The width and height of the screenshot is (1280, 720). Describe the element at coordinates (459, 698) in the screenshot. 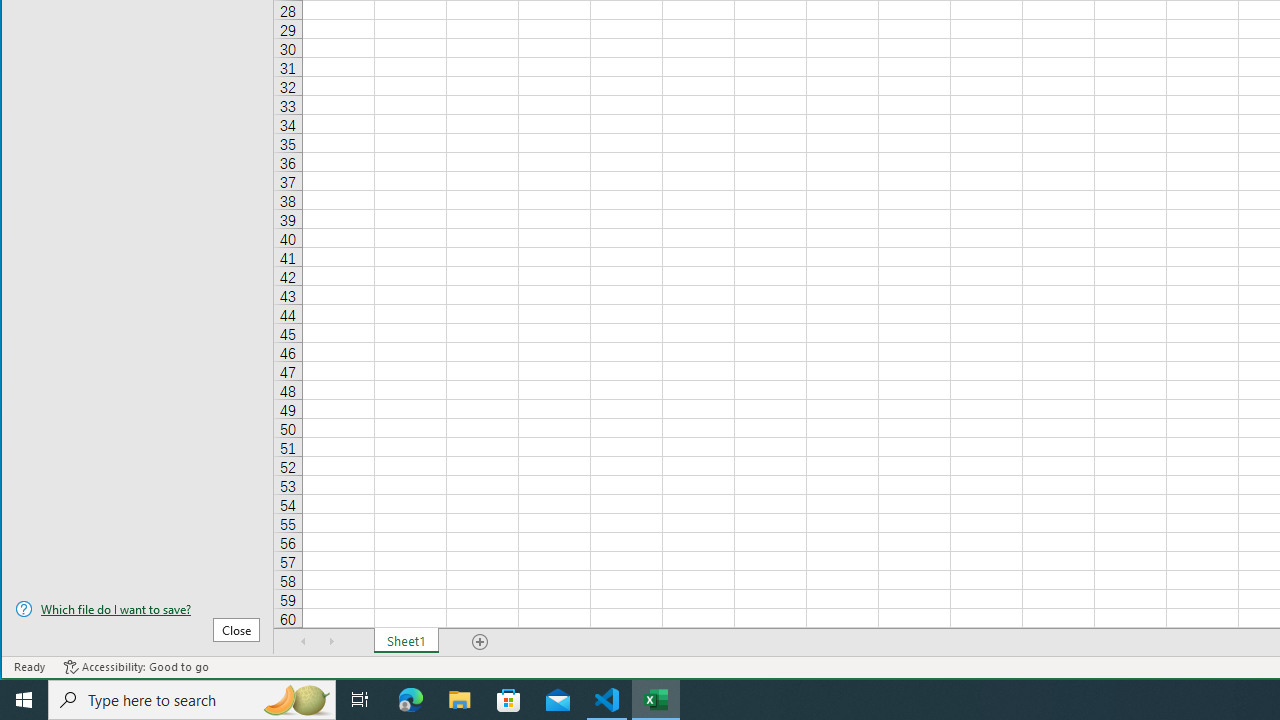

I see `'File Explorer'` at that location.